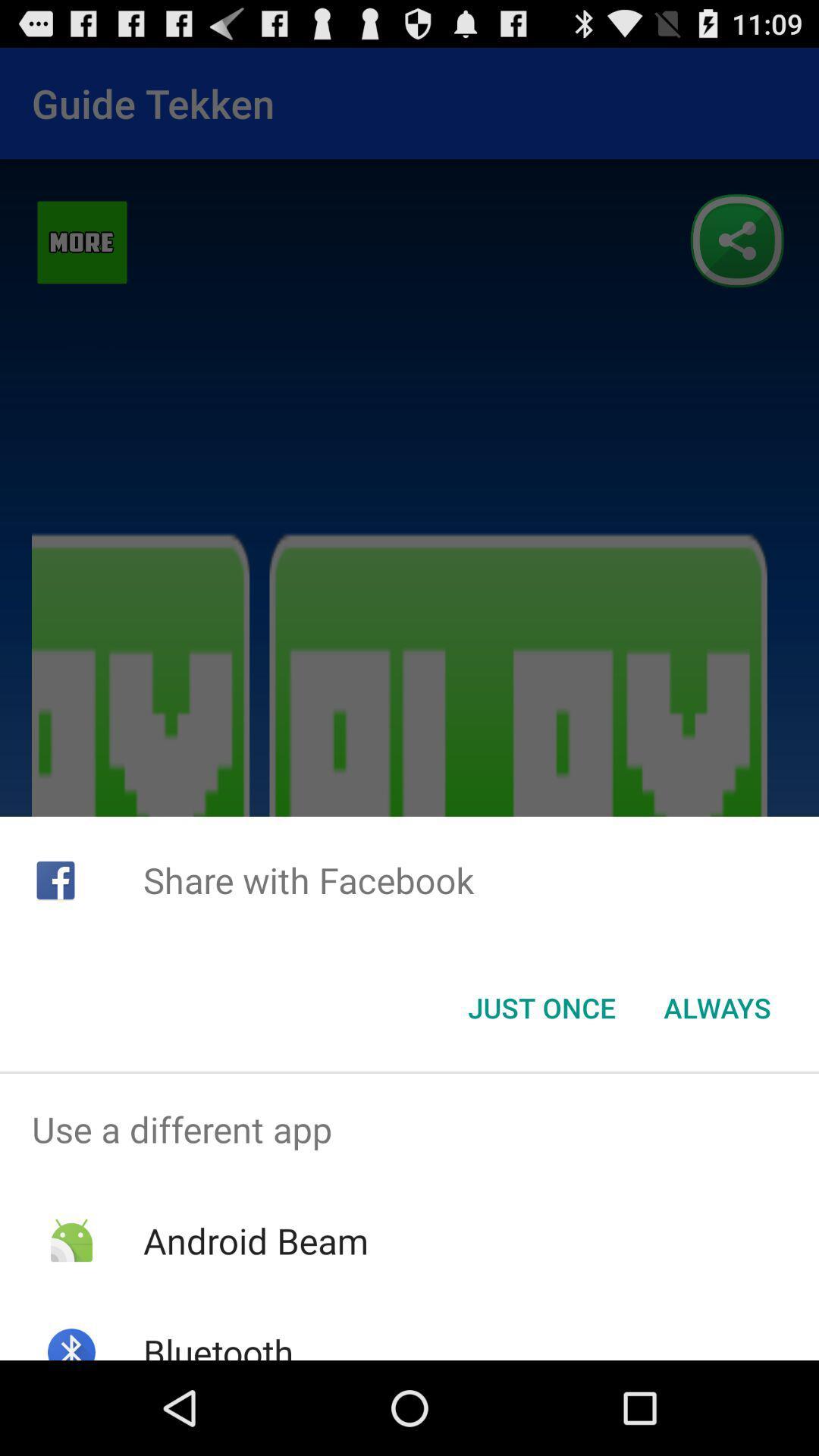  What do you see at coordinates (218, 1344) in the screenshot?
I see `app below android beam` at bounding box center [218, 1344].